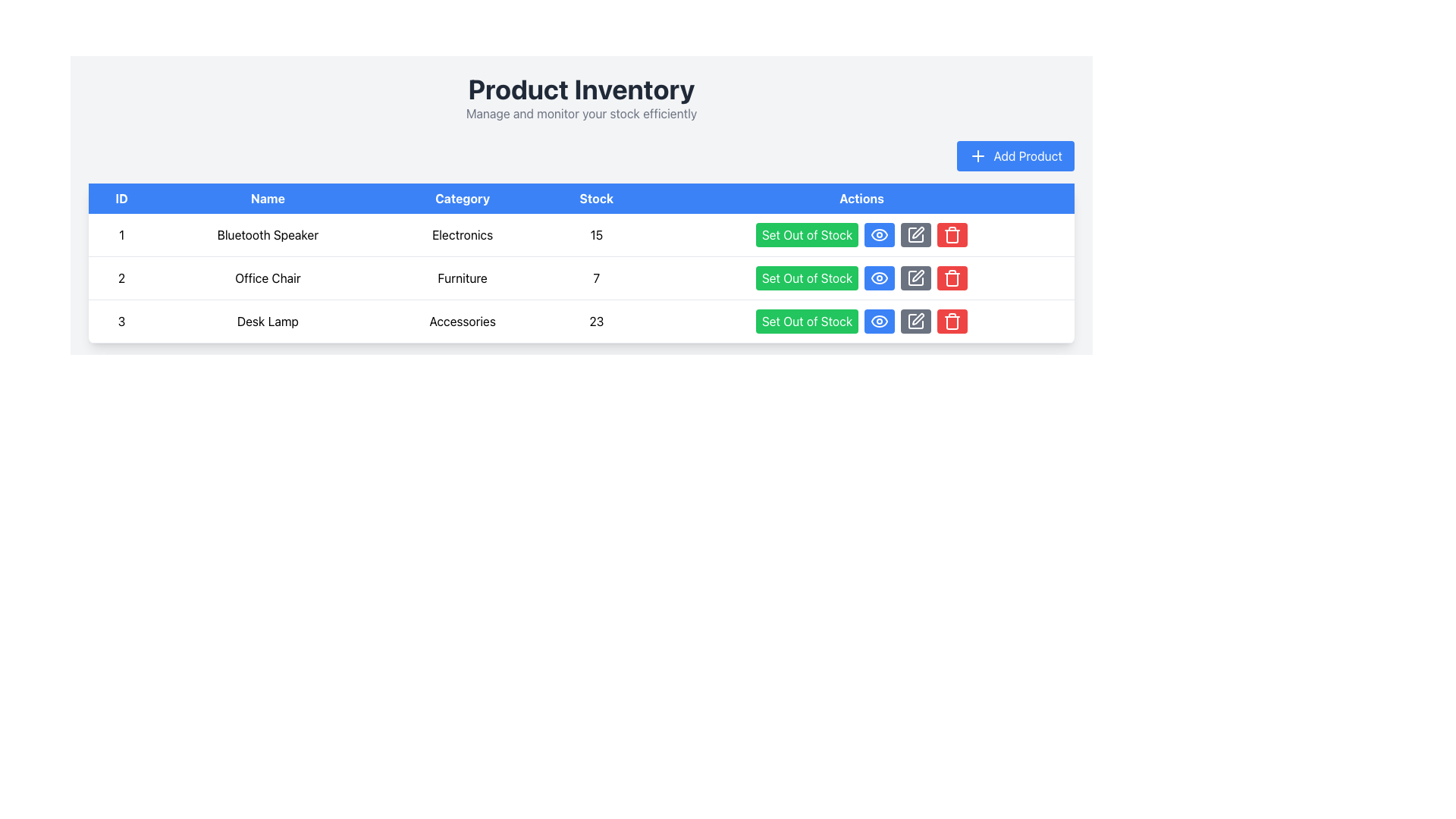 The image size is (1456, 819). I want to click on the eye icon element representing visibility toggle in the 'Actions' column adjacent to the 'Set Out of Stock' button for 'Office Chair' via keyboard navigation, so click(880, 234).